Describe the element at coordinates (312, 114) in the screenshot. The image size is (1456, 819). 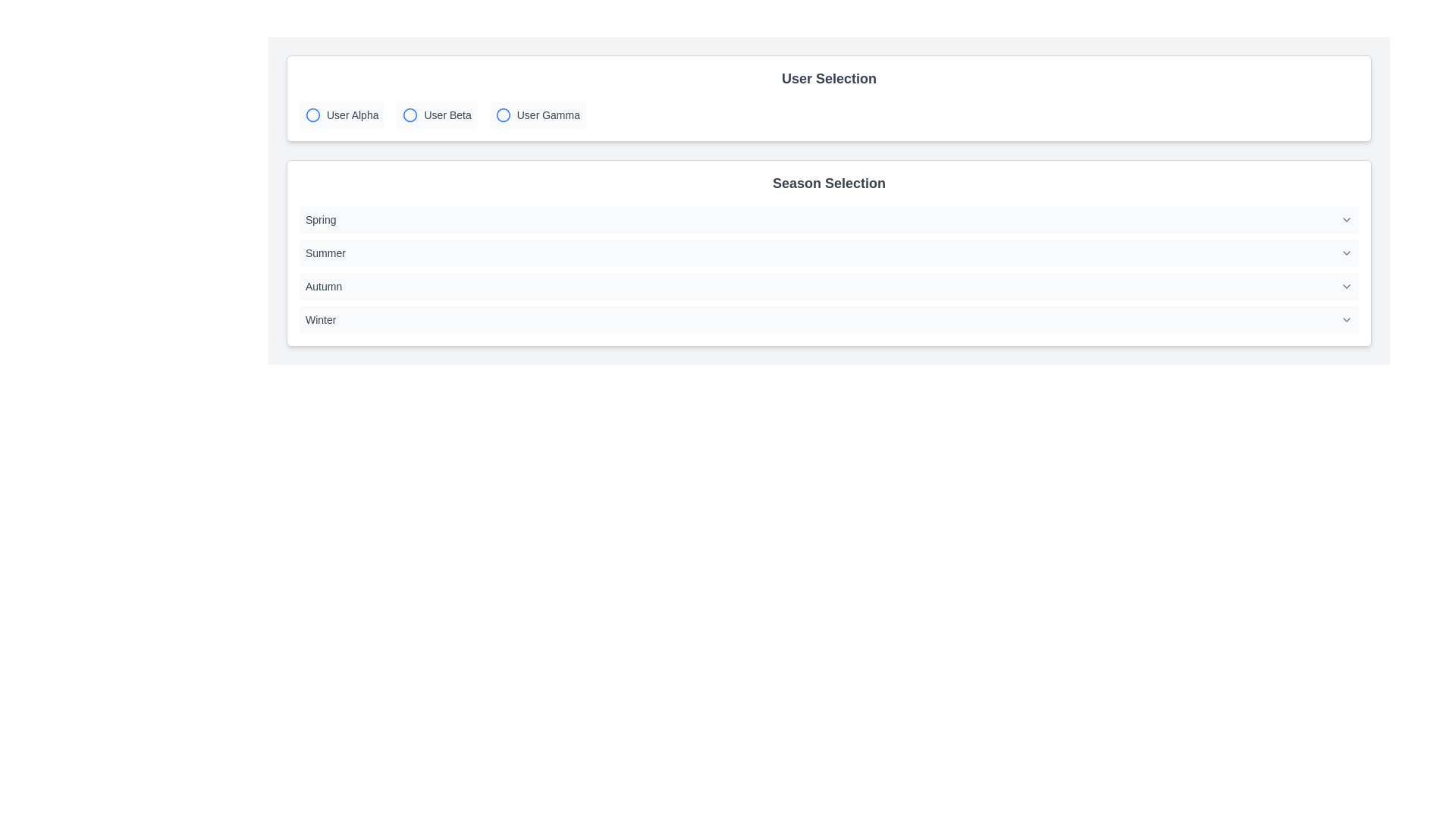
I see `the graphical circle element with a blue outline associated with the 'User Alpha' option in the User Selection interface` at that location.